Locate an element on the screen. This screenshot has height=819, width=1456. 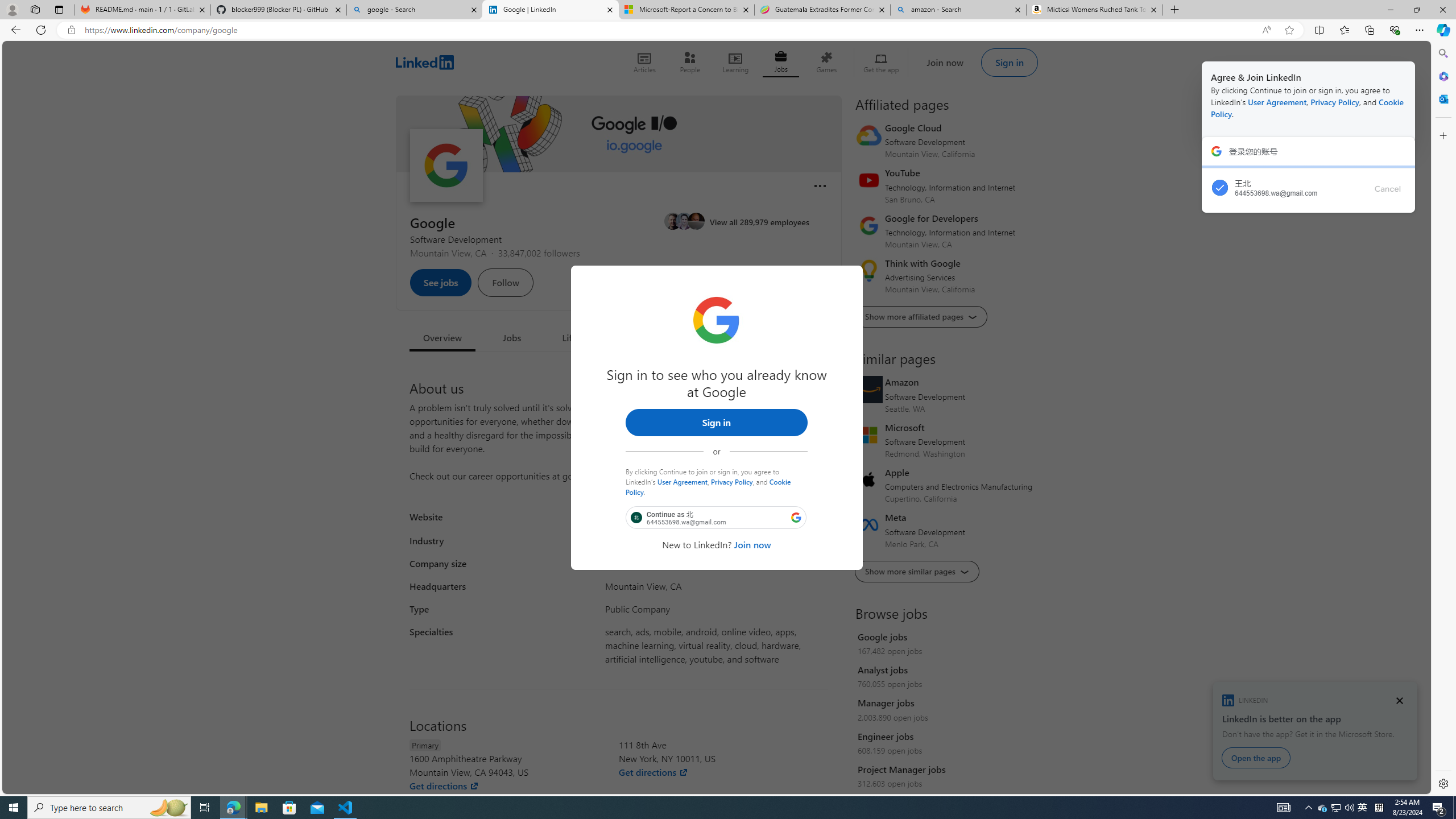
'Class: LgbsSe-Bz112c' is located at coordinates (795, 516).